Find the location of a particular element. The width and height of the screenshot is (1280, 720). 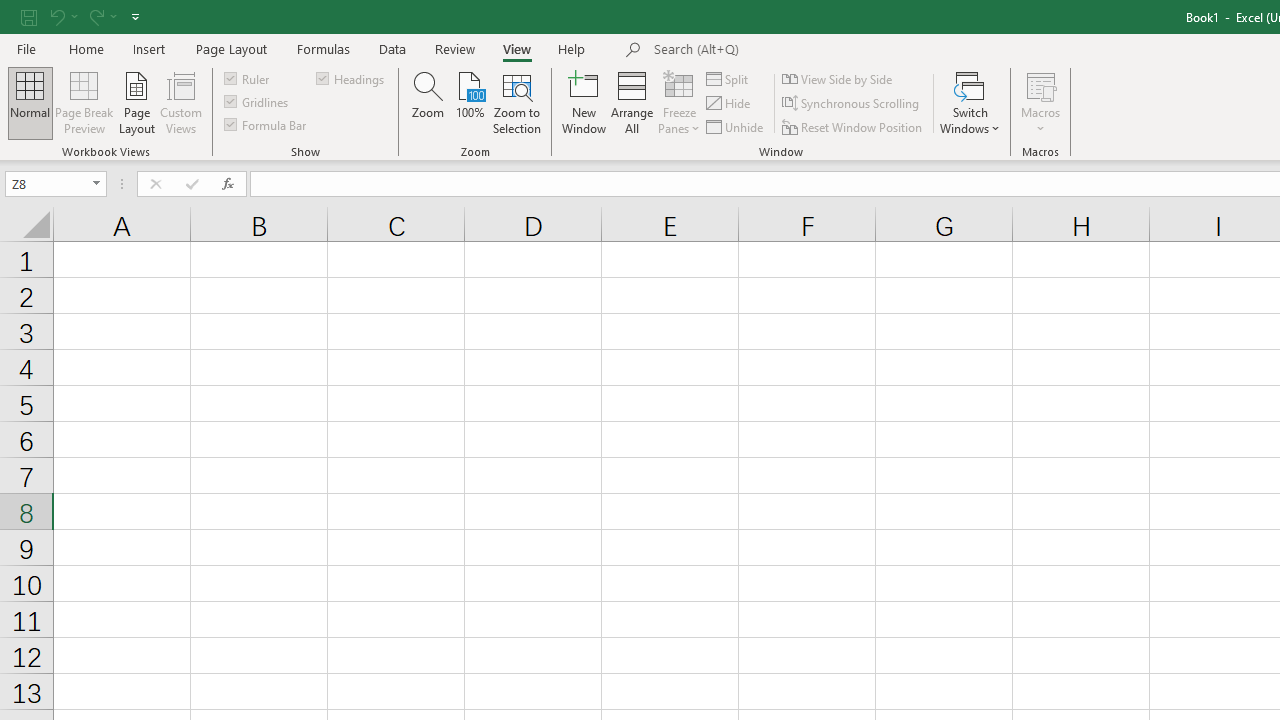

'Custom Views...' is located at coordinates (181, 103).